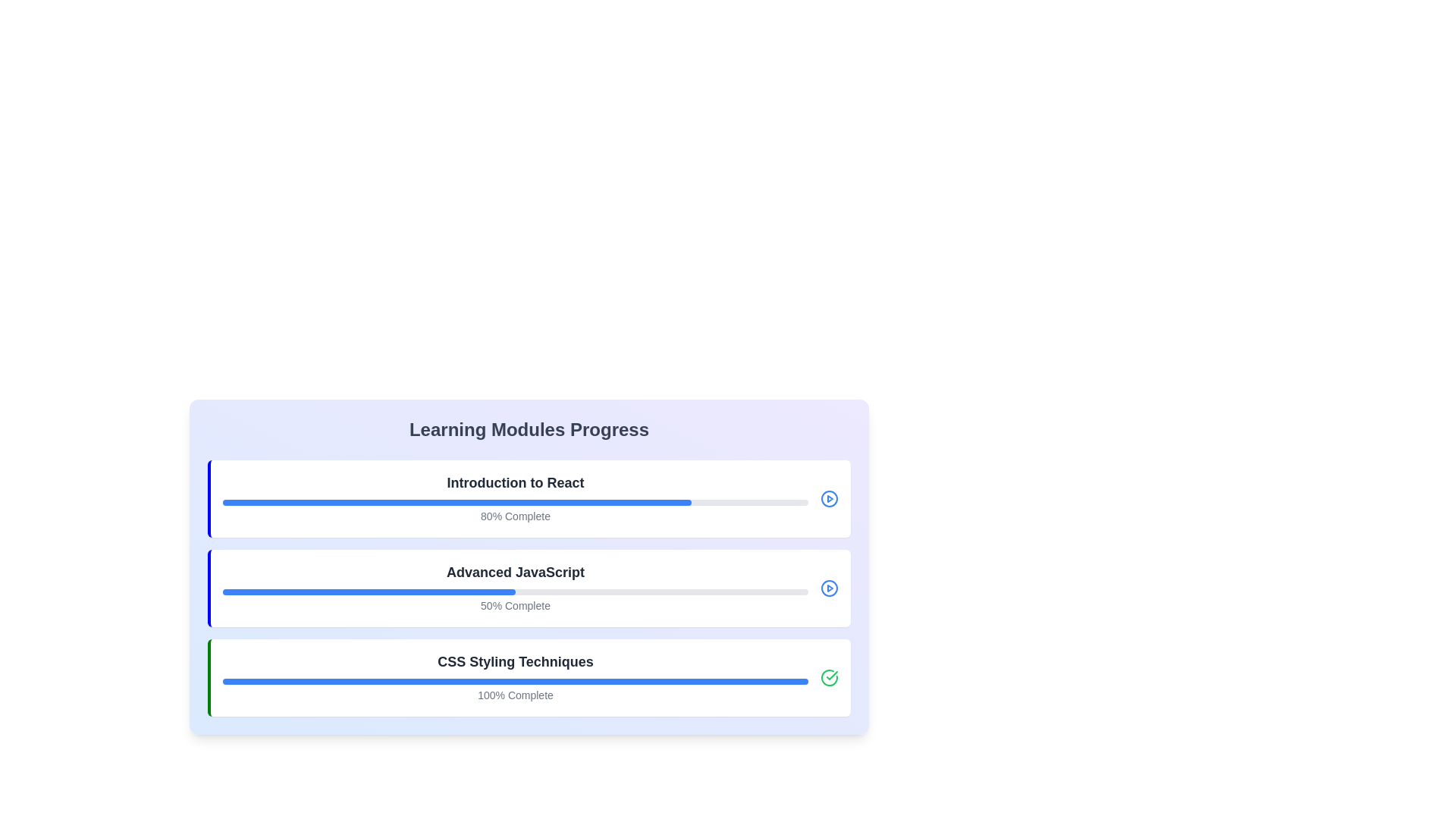 This screenshot has width=1456, height=819. I want to click on the text label displaying 'Introduction to React' in bold and large font, located at the top of the 'Learning Modules Progress' card, above the progress bar, so click(516, 482).